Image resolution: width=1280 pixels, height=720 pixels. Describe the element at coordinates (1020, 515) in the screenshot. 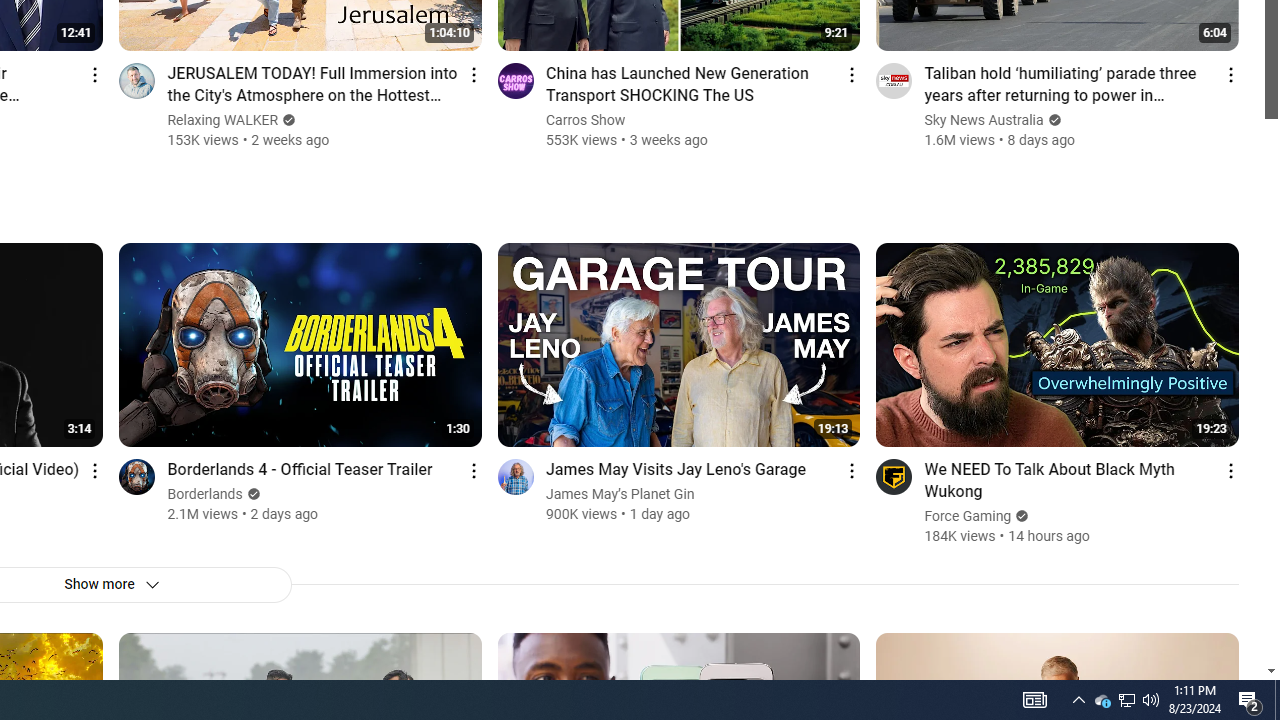

I see `'Verified'` at that location.